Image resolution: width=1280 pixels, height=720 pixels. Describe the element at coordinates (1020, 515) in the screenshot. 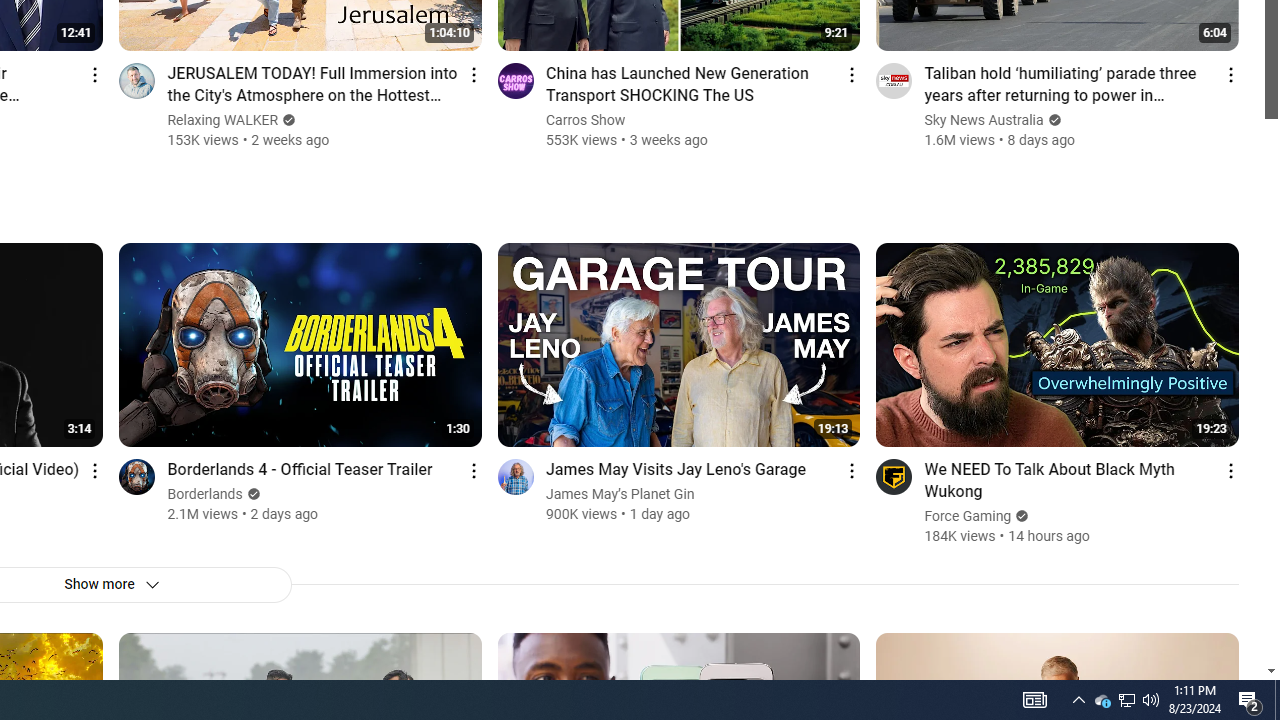

I see `'Verified'` at that location.